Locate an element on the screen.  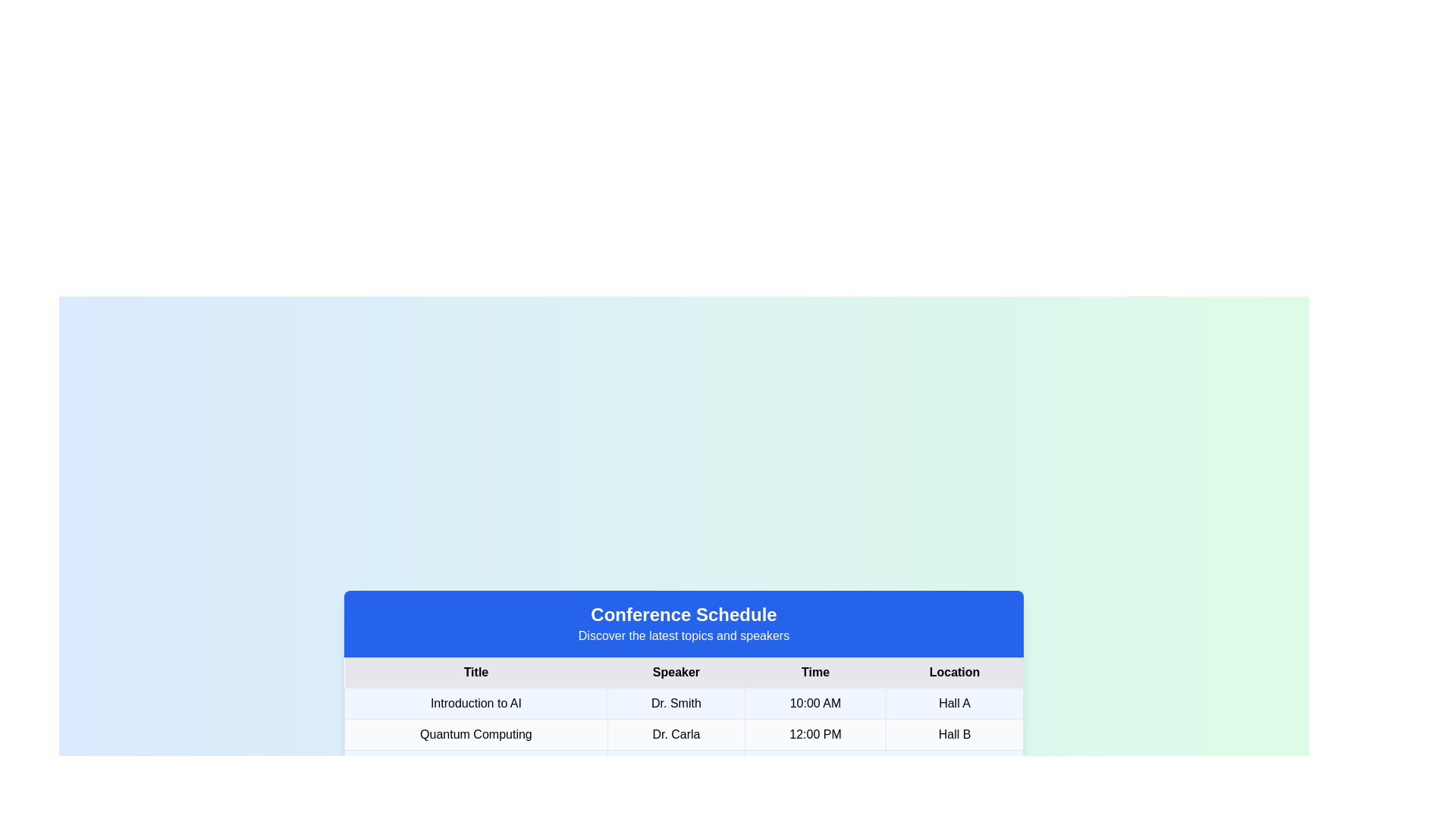
text from the second row of the conference schedule table, which displays details about a particular conference session is located at coordinates (683, 733).